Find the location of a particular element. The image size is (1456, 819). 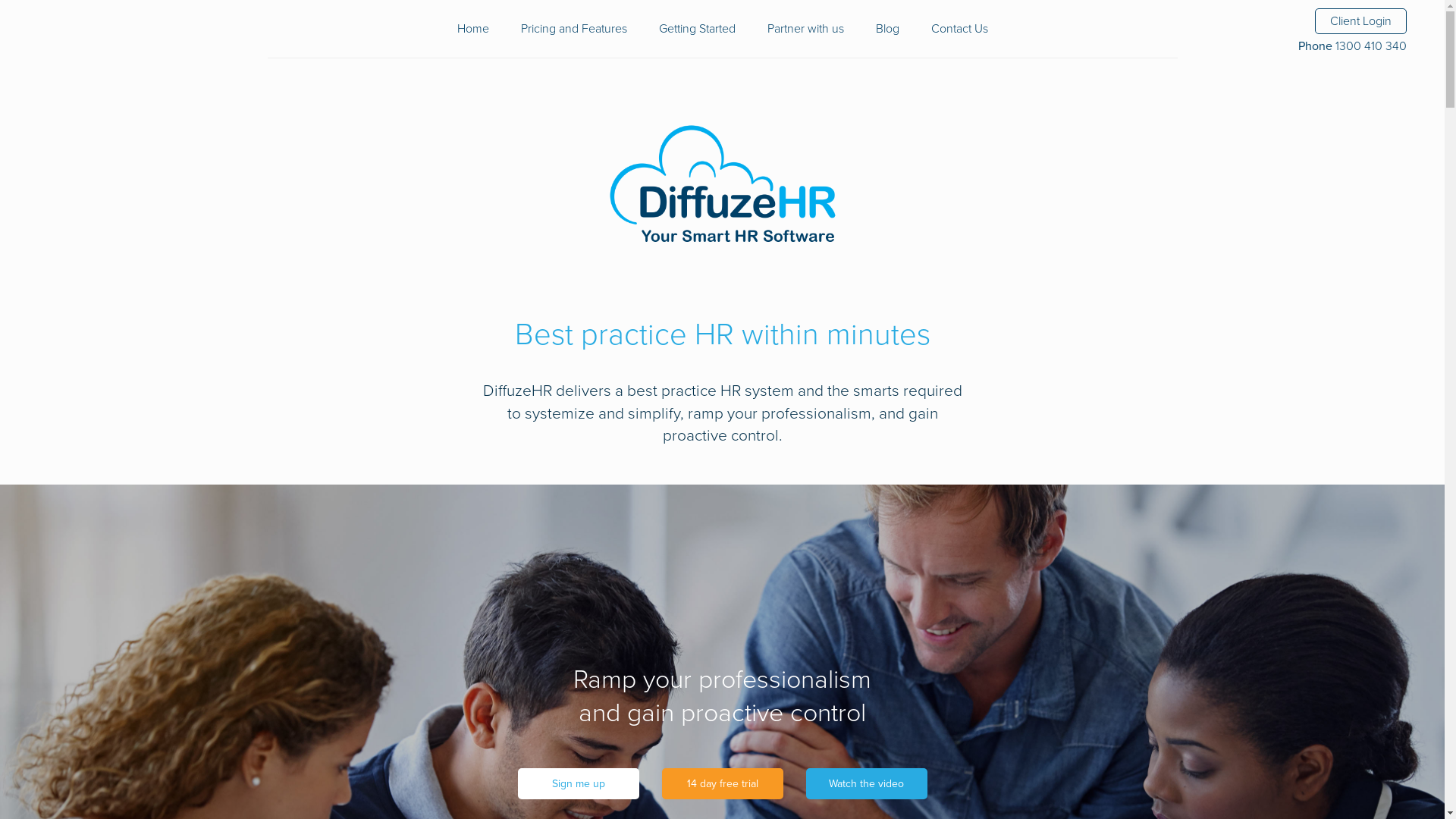

'DiffuzeHR Australia' is located at coordinates (720, 185).